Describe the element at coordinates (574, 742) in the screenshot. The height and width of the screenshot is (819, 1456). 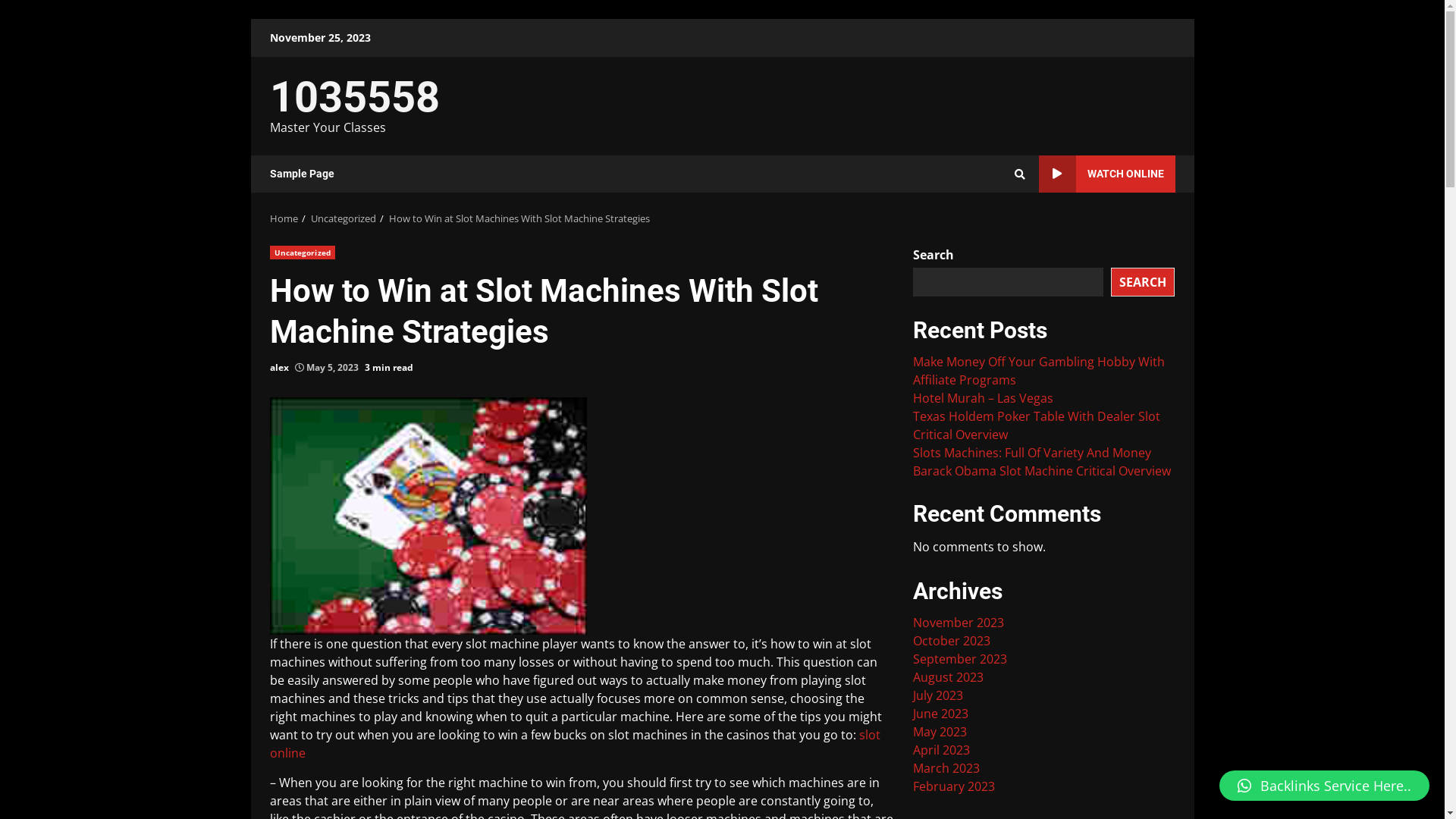
I see `'slot online'` at that location.